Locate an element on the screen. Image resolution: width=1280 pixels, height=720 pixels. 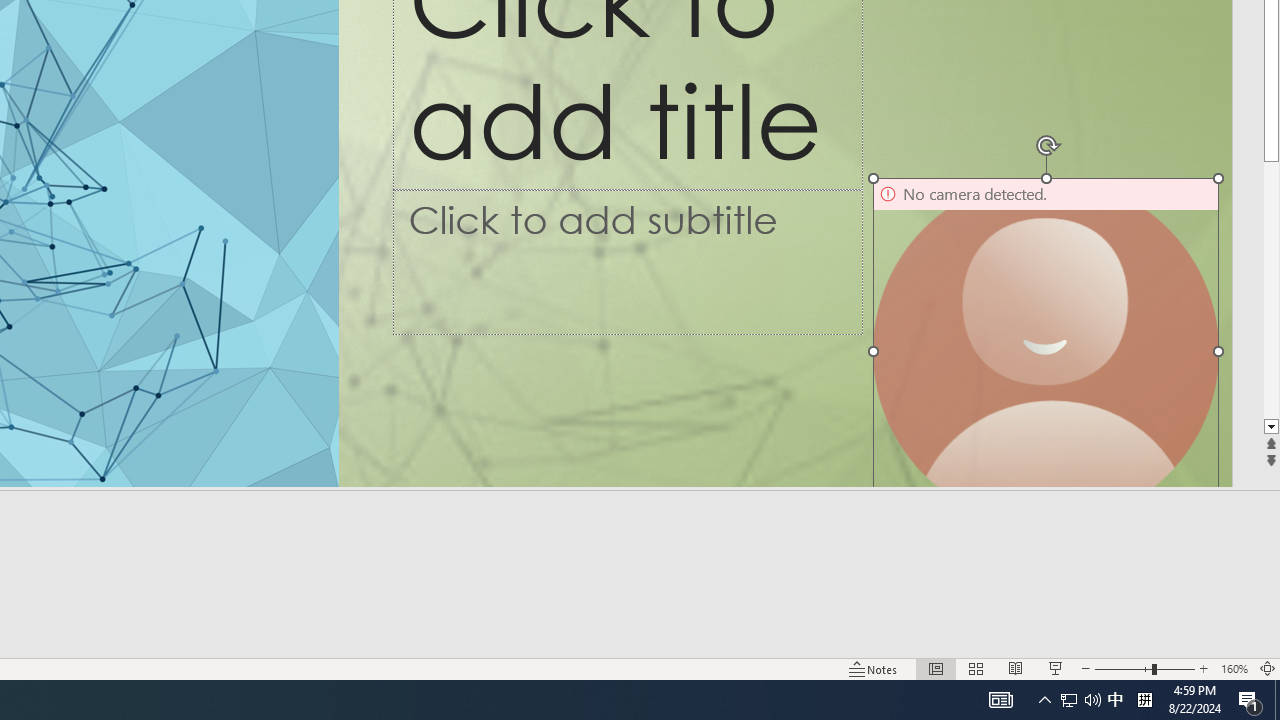
'Zoom 160%' is located at coordinates (1233, 669).